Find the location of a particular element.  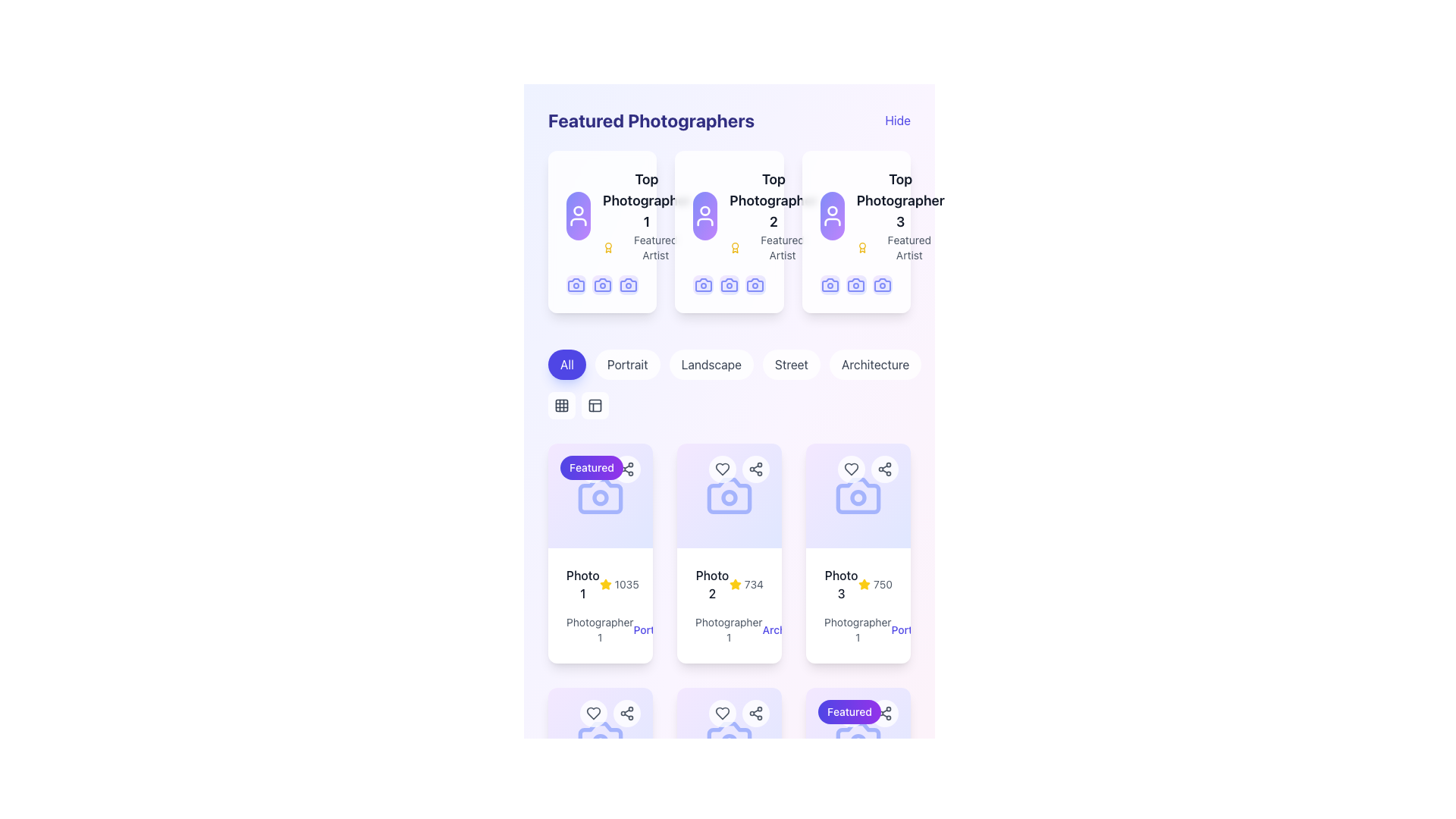

the rectangular grid layout containing three camera icons, styled with a gradient background, located within the 'Top Photographer 1' card below the 'Featured Artist' text is located at coordinates (601, 285).